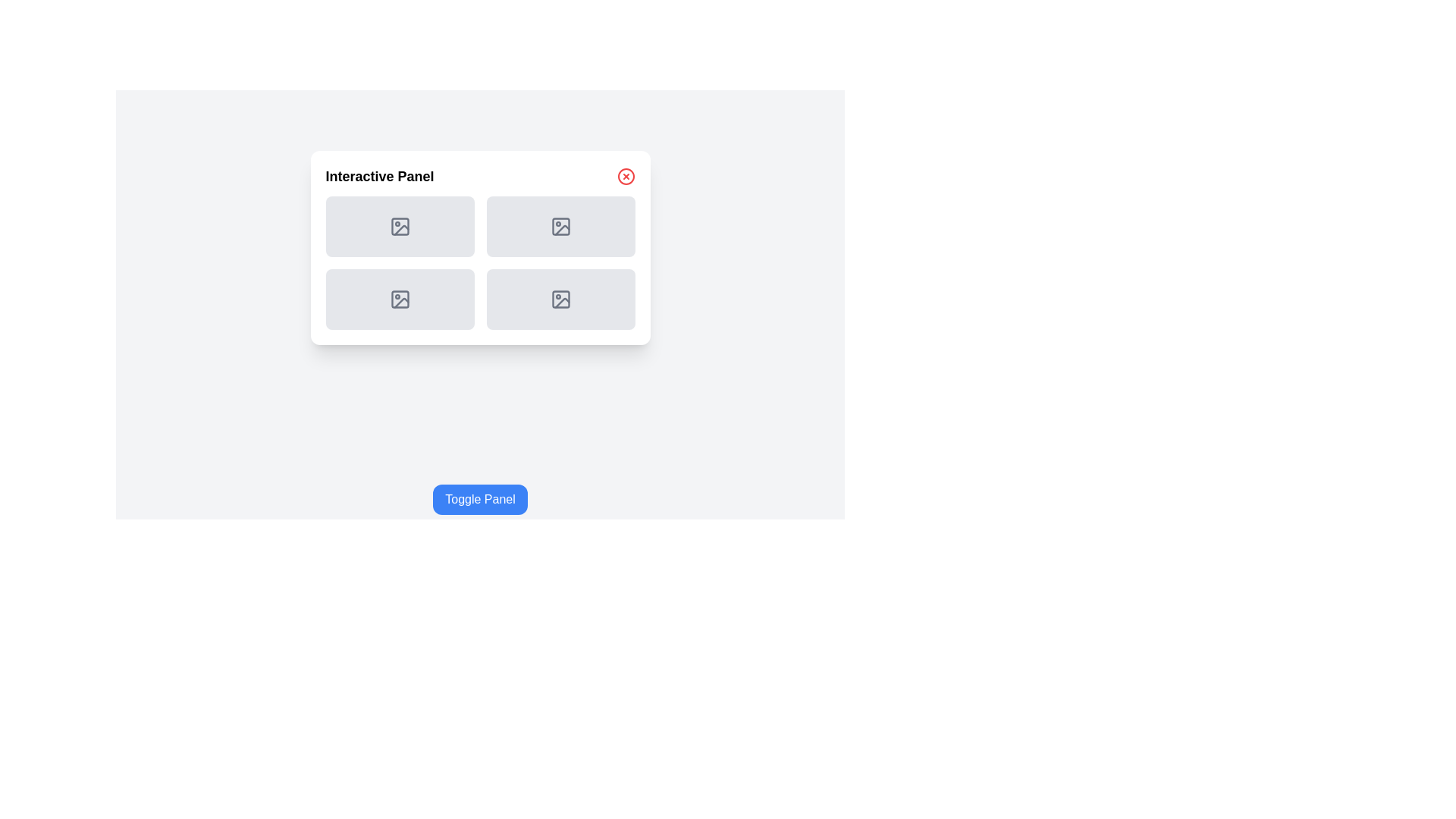  I want to click on the grid section containing the image placeholder, so click(479, 262).